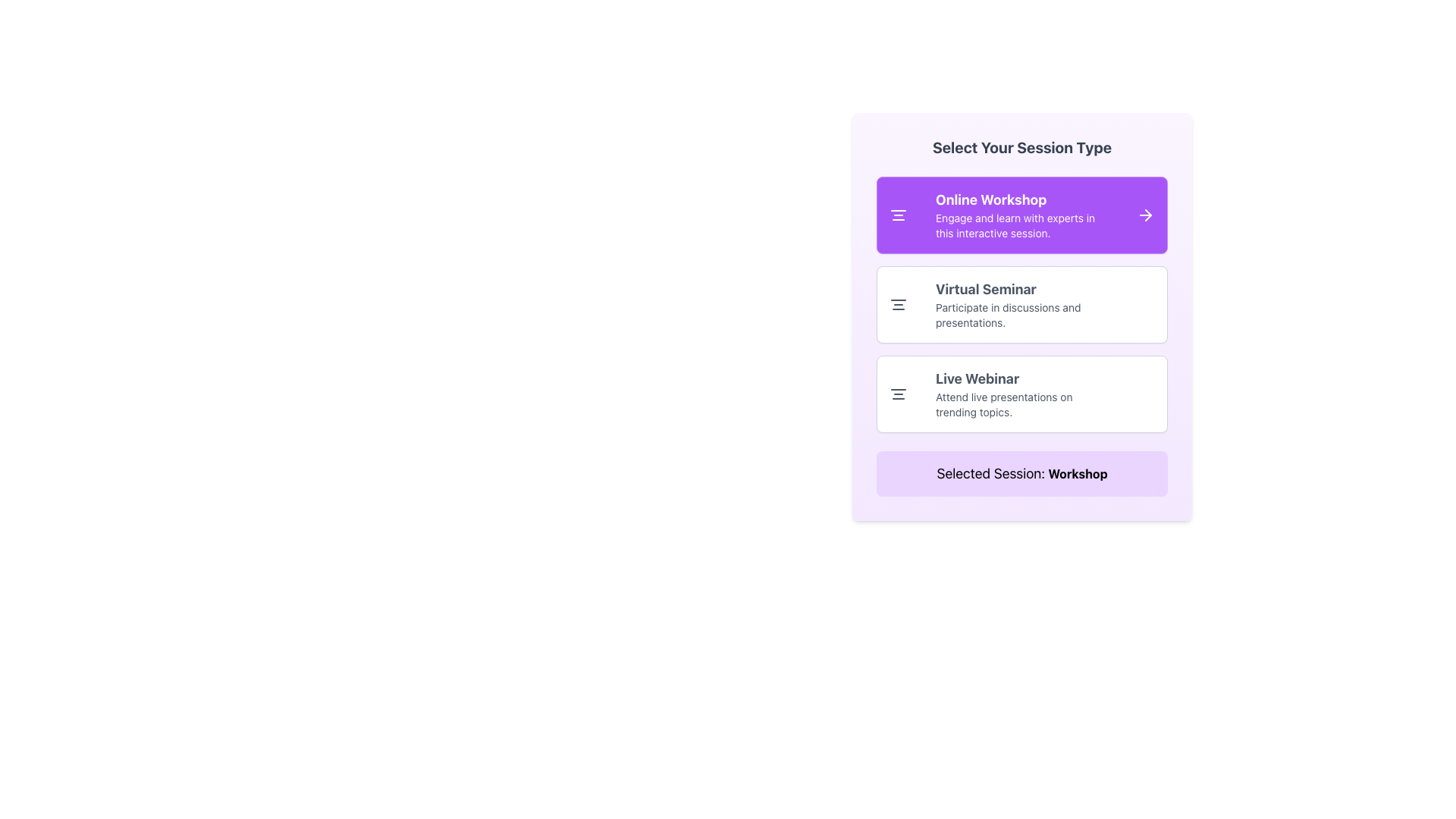 The height and width of the screenshot is (819, 1456). I want to click on the selectable list entry element labeled 'Virtual Seminar' within the modal, so click(1022, 315).